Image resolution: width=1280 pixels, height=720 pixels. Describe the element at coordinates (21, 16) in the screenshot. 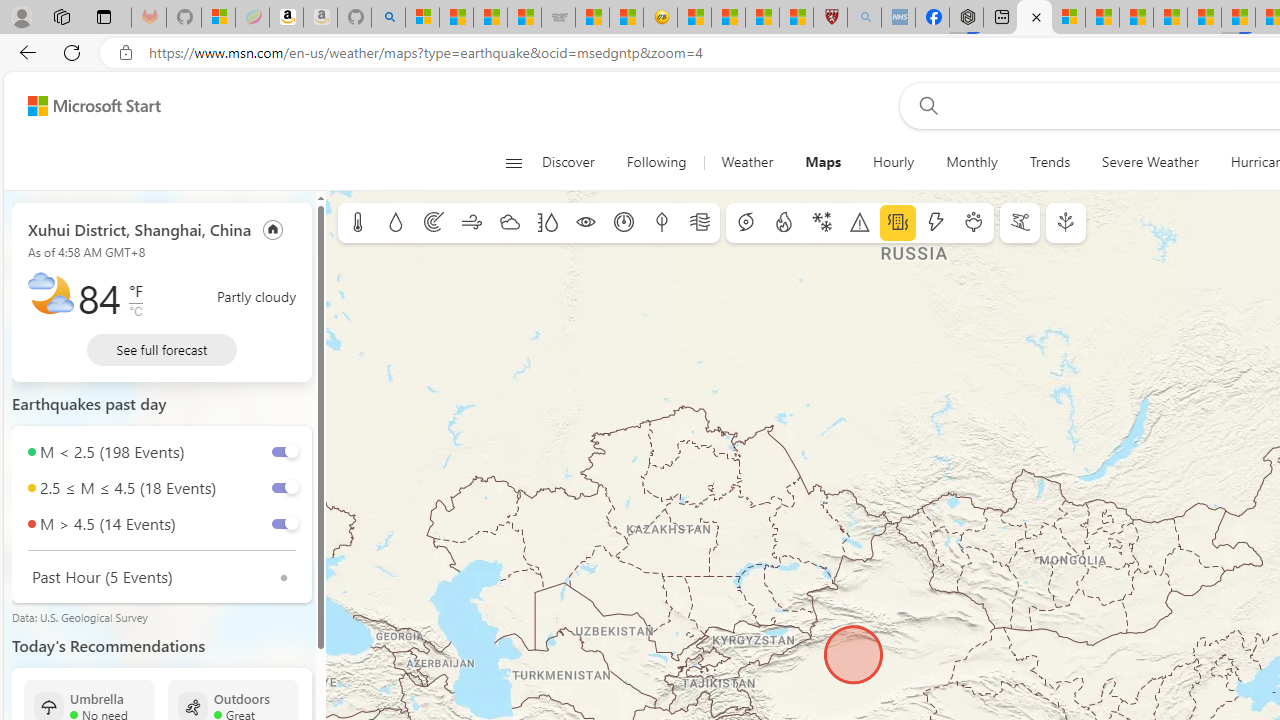

I see `'Personal Profile'` at that location.